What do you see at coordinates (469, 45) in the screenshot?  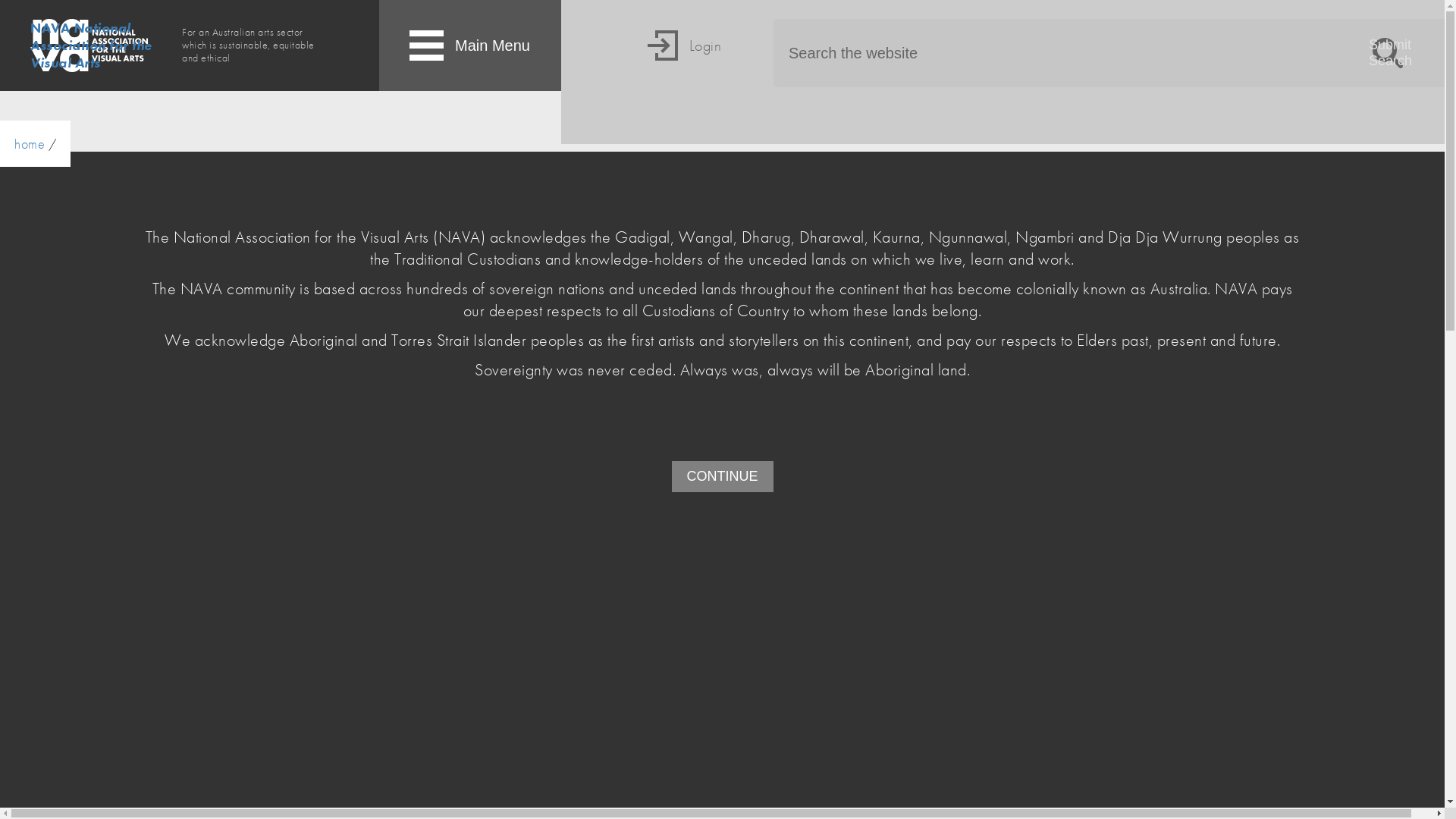 I see `'Main Menu'` at bounding box center [469, 45].